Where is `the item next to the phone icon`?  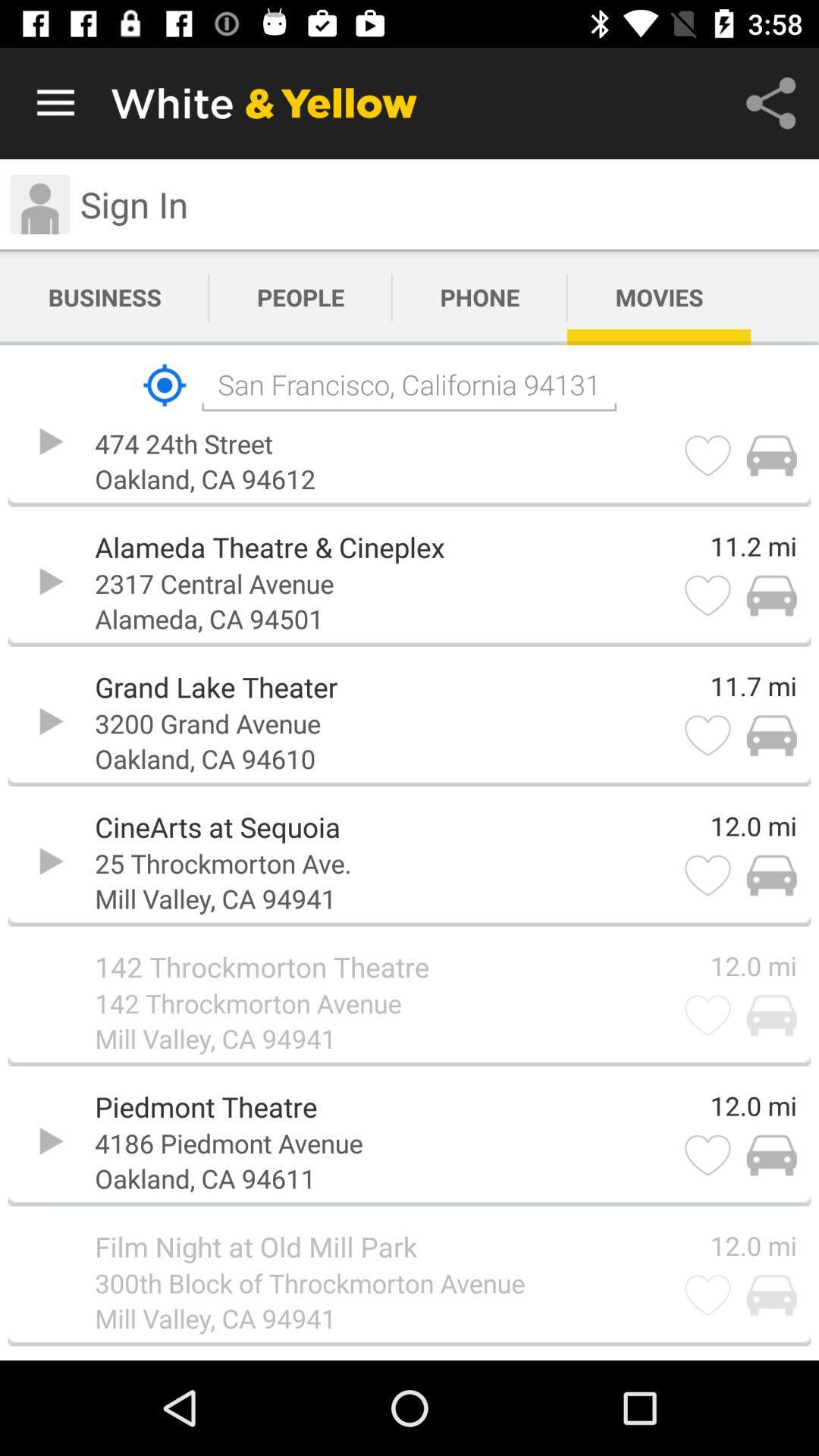 the item next to the phone icon is located at coordinates (658, 297).